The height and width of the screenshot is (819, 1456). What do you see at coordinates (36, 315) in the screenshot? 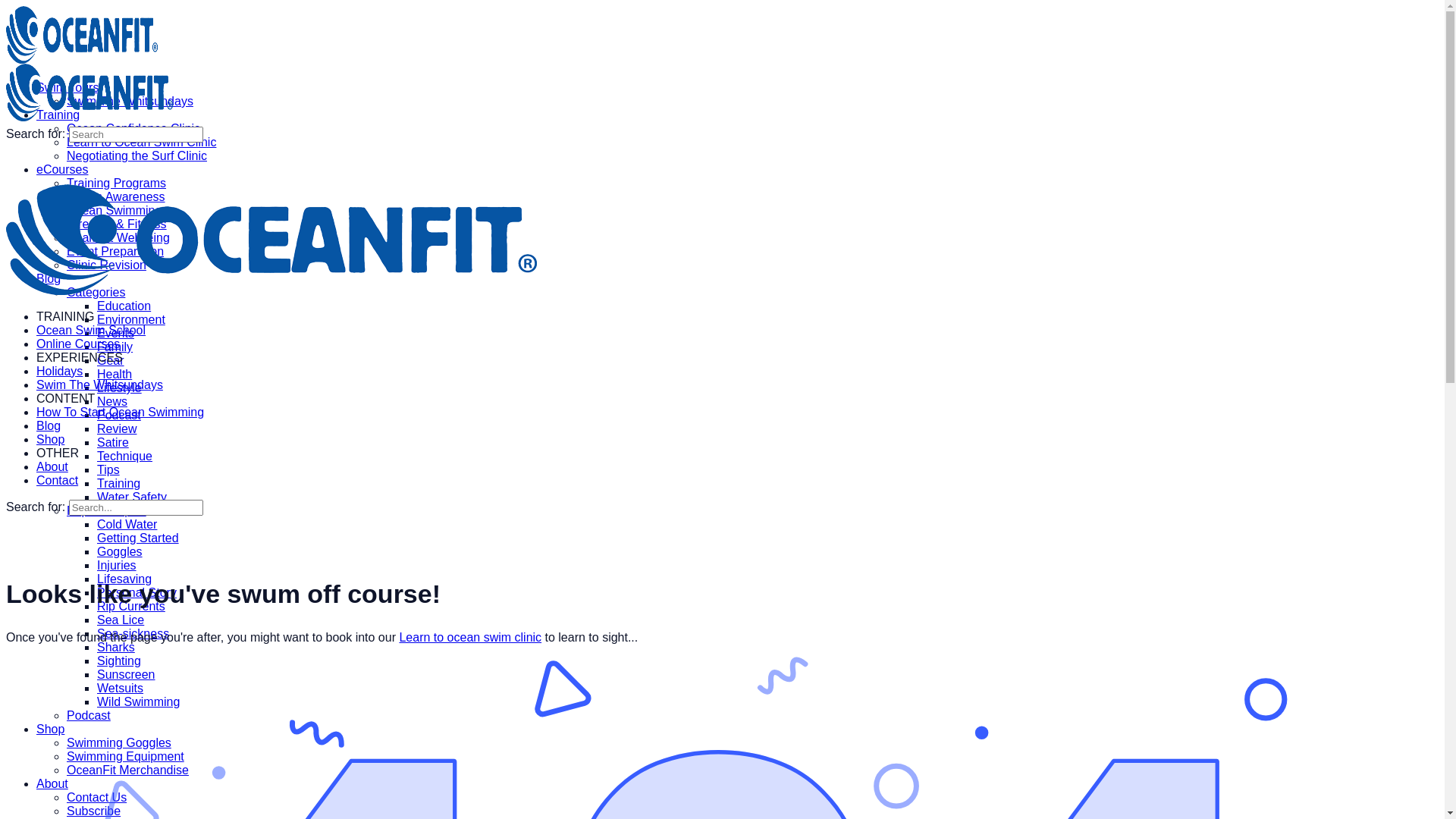
I see `'TRAINING'` at bounding box center [36, 315].